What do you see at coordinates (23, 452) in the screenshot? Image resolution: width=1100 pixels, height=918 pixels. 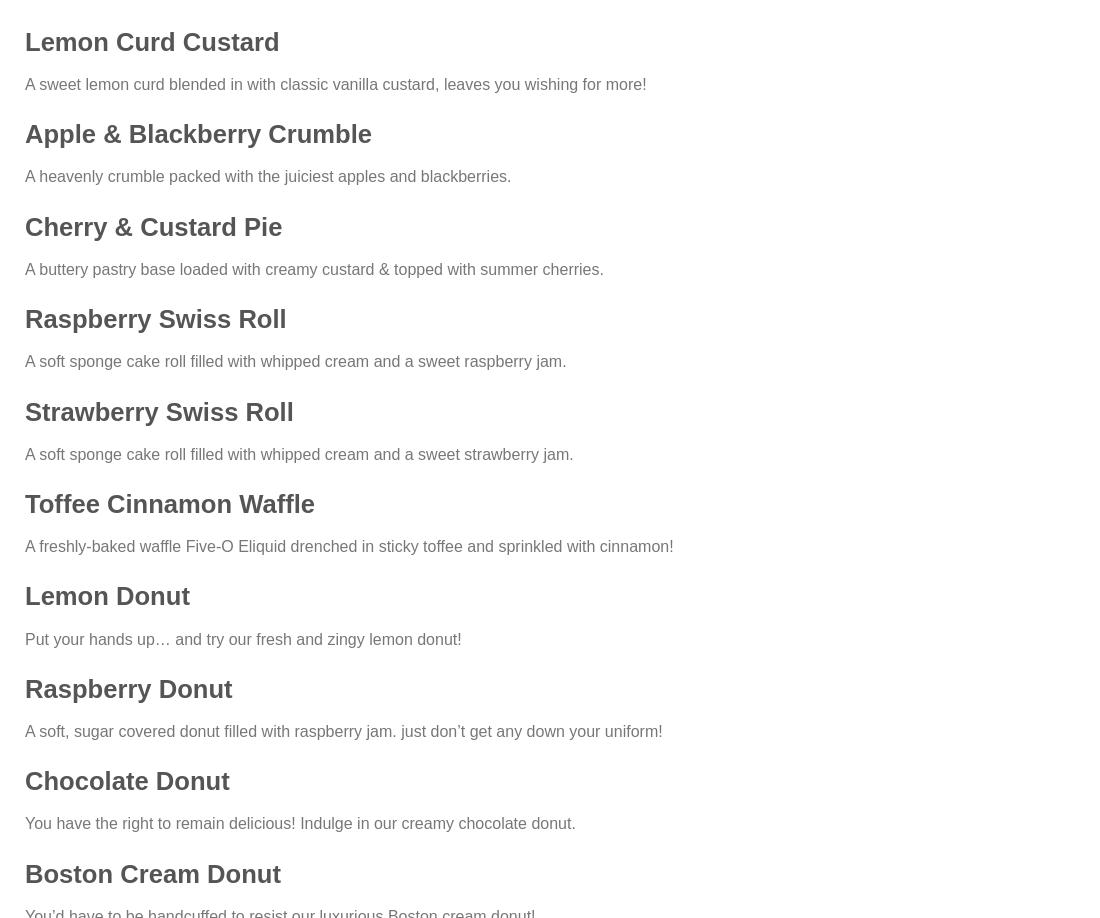 I see `'A soft sponge cake roll filled with whipped cream and a sweet strawberry jam.'` at bounding box center [23, 452].